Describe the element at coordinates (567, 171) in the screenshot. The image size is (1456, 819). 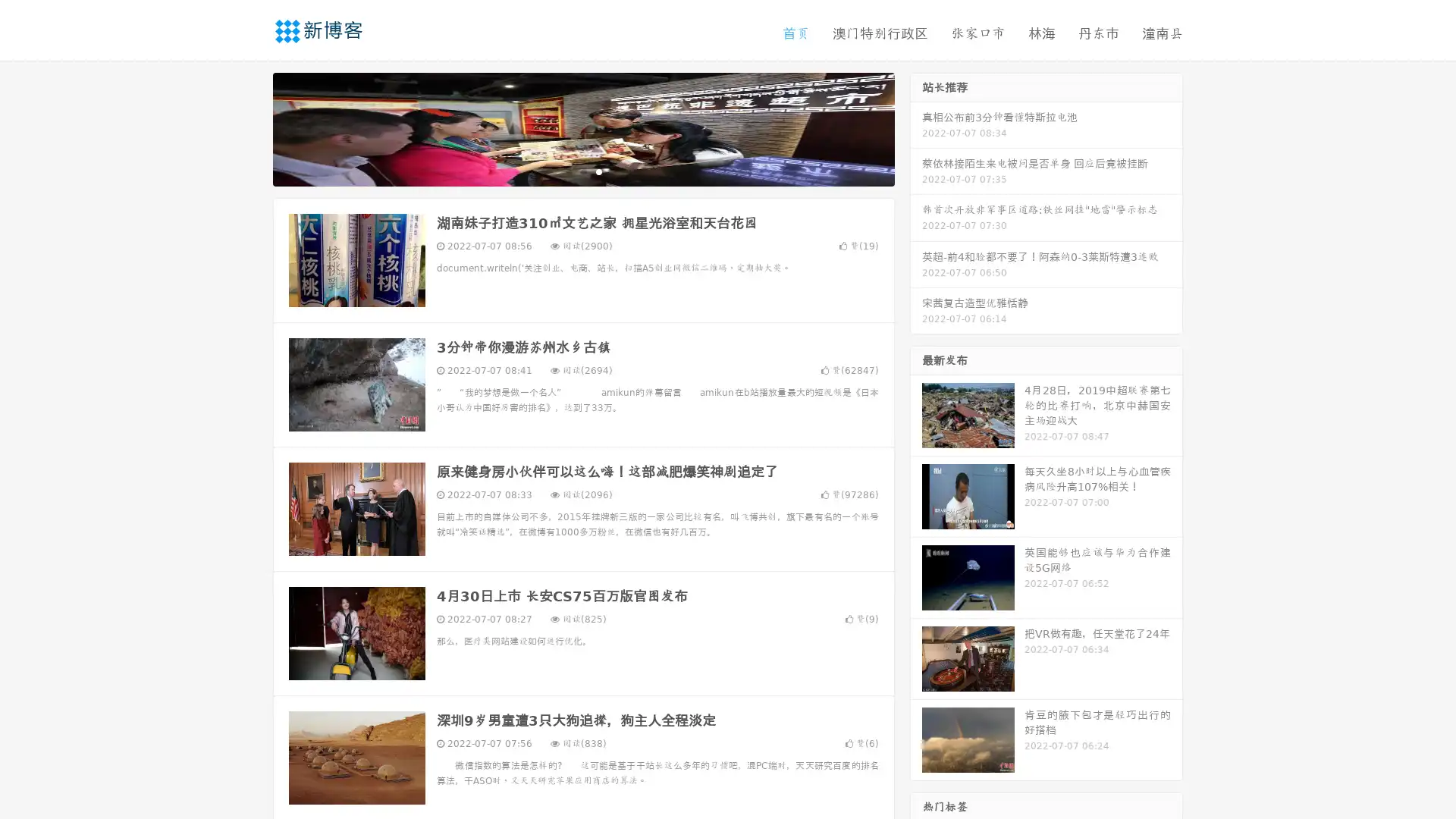
I see `Go to slide 1` at that location.